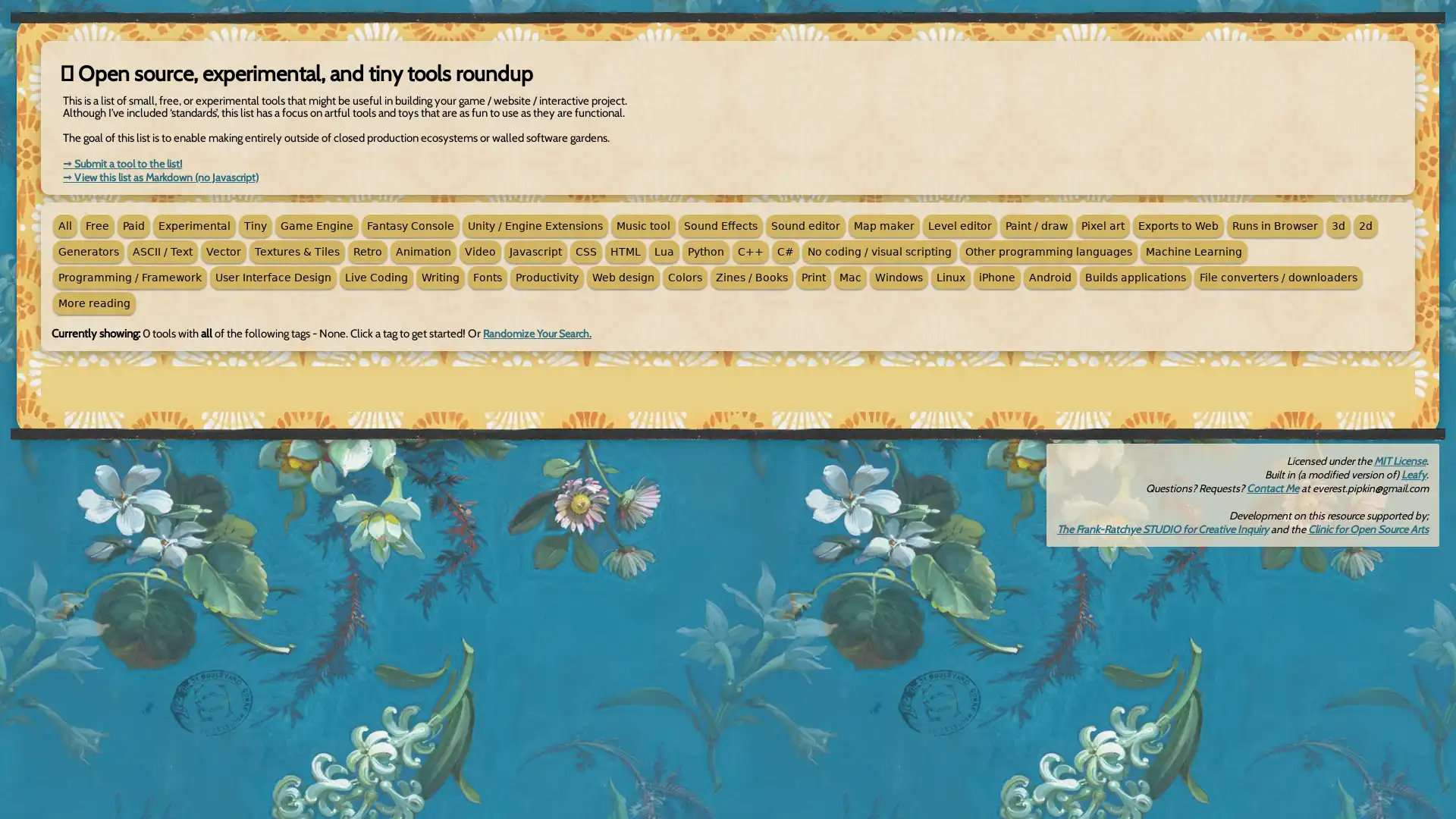 Image resolution: width=1456 pixels, height=819 pixels. I want to click on Free, so click(96, 225).